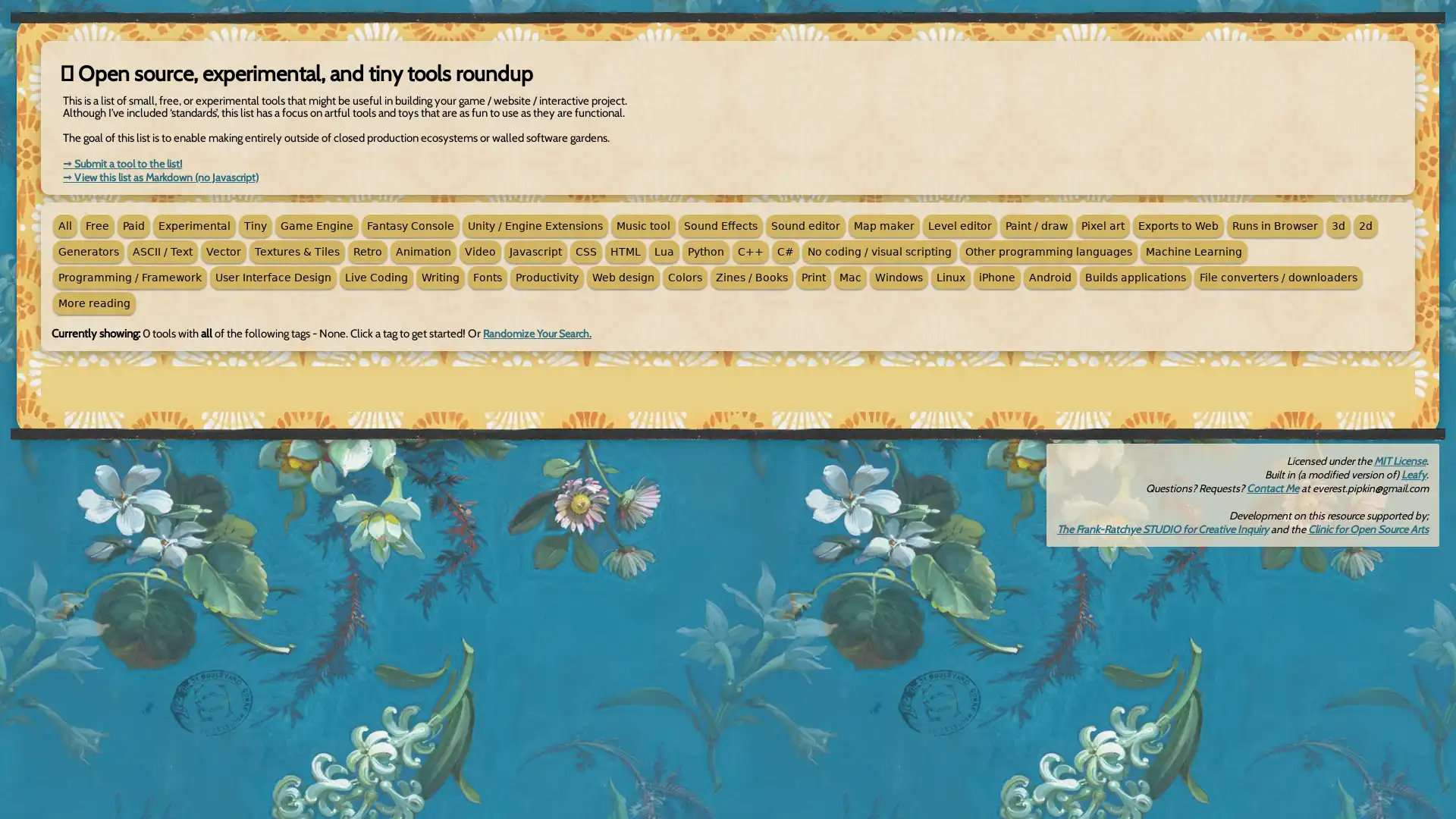 Image resolution: width=1456 pixels, height=819 pixels. I want to click on Free, so click(96, 225).